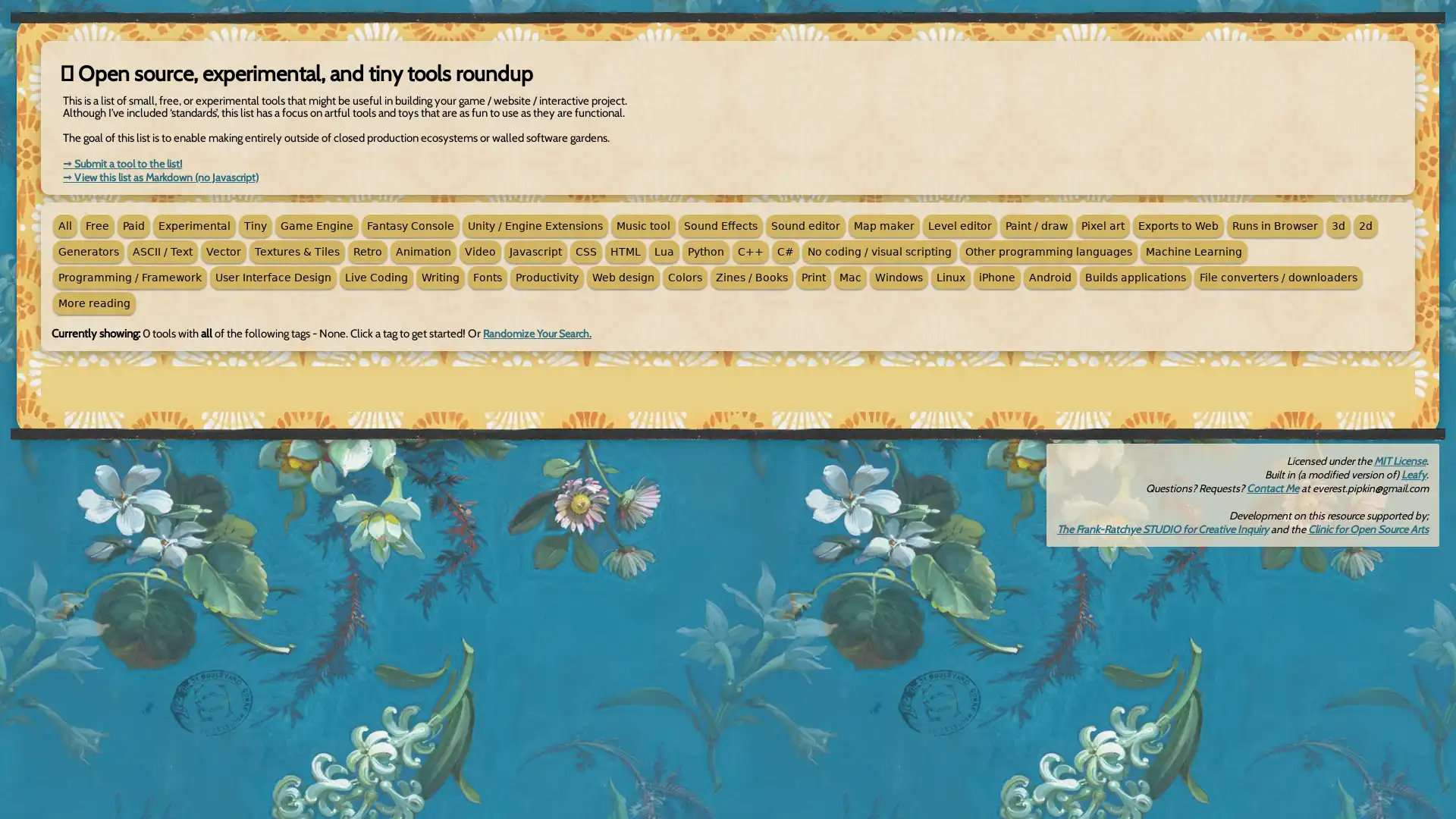 Image resolution: width=1456 pixels, height=819 pixels. I want to click on Free, so click(96, 225).